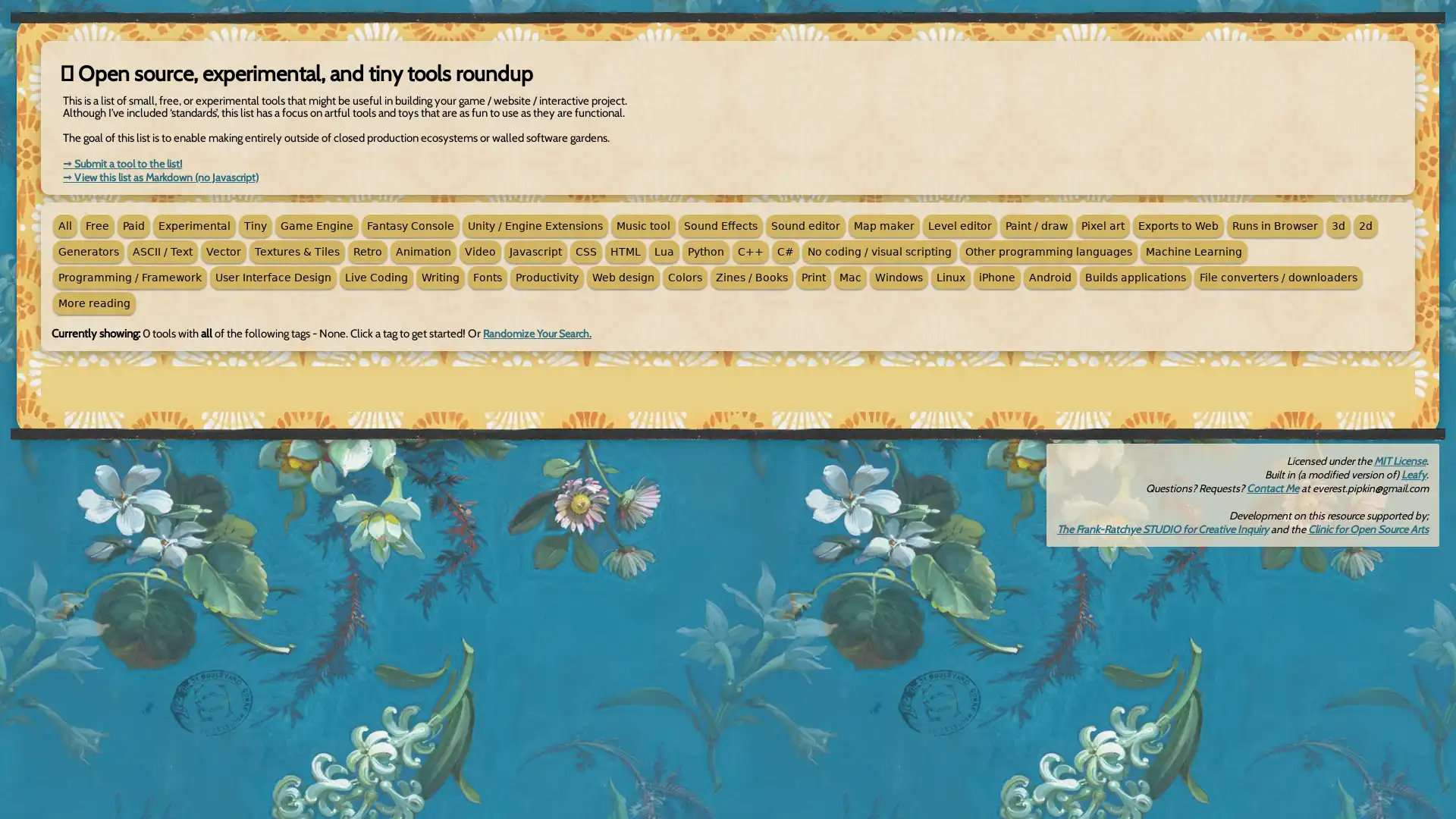 Image resolution: width=1456 pixels, height=819 pixels. I want to click on Free, so click(96, 225).